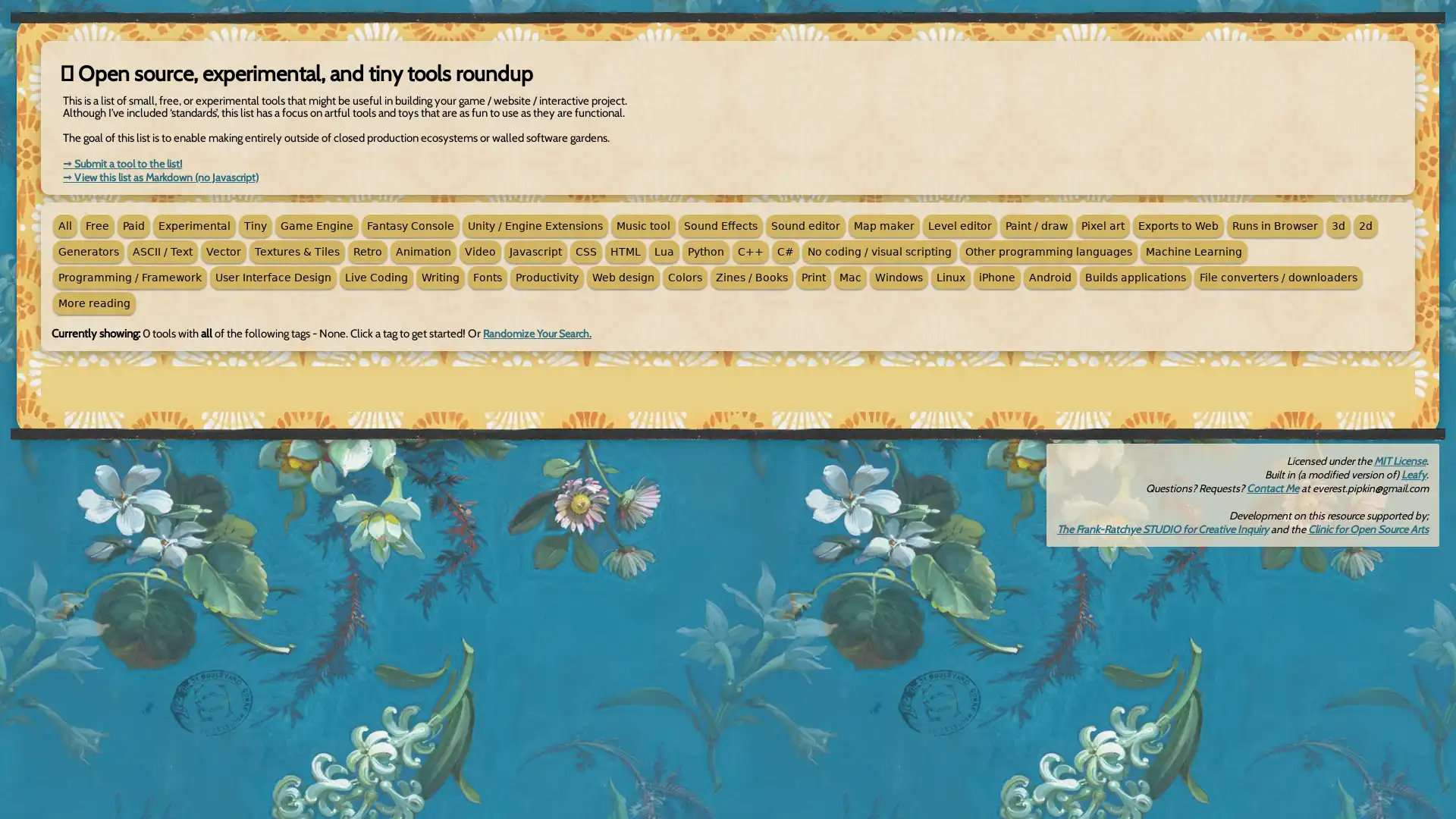 Image resolution: width=1456 pixels, height=819 pixels. I want to click on Free, so click(96, 225).